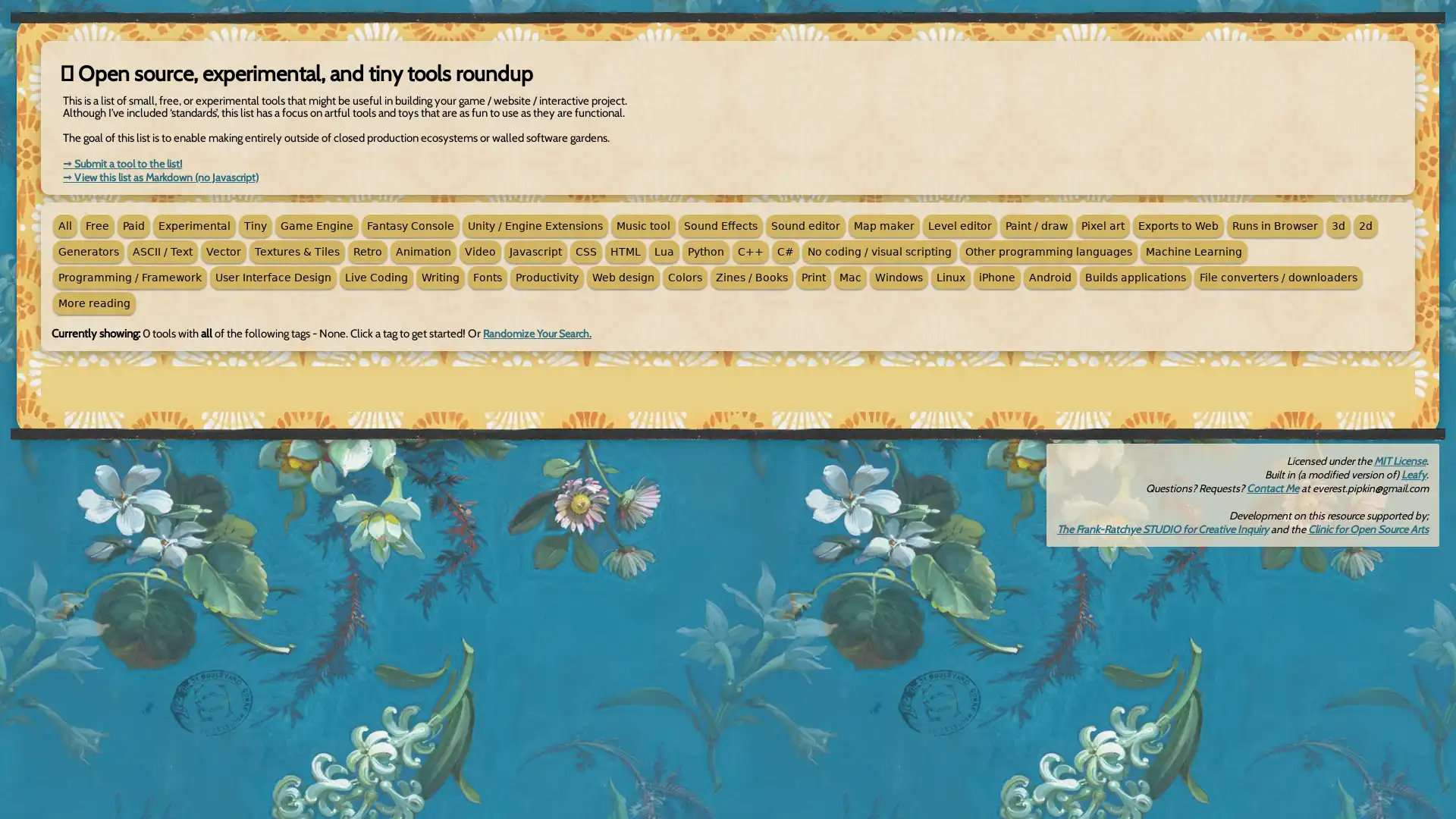 Image resolution: width=1456 pixels, height=819 pixels. I want to click on Free, so click(96, 225).